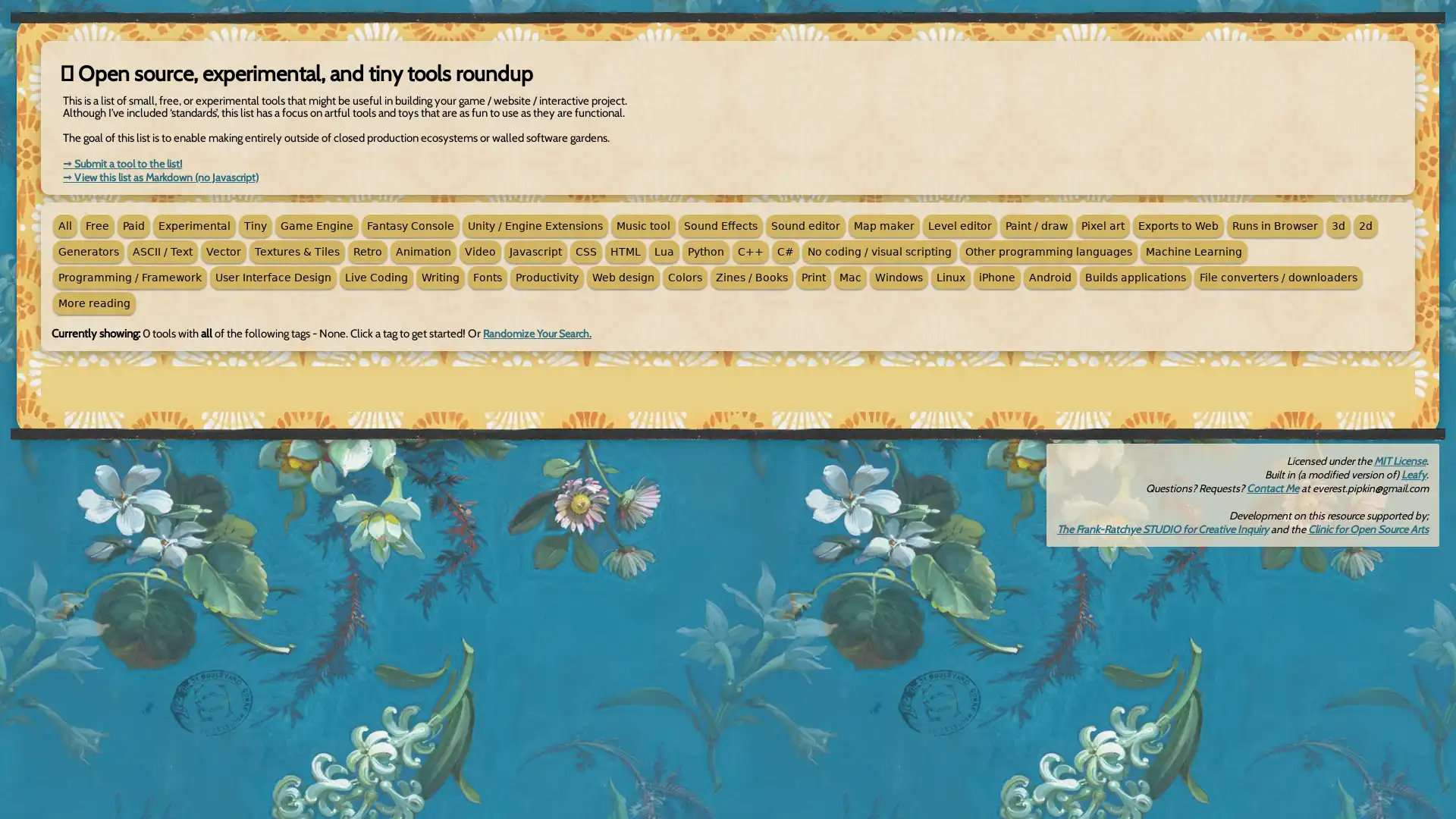 Image resolution: width=1456 pixels, height=819 pixels. I want to click on Free, so click(96, 225).